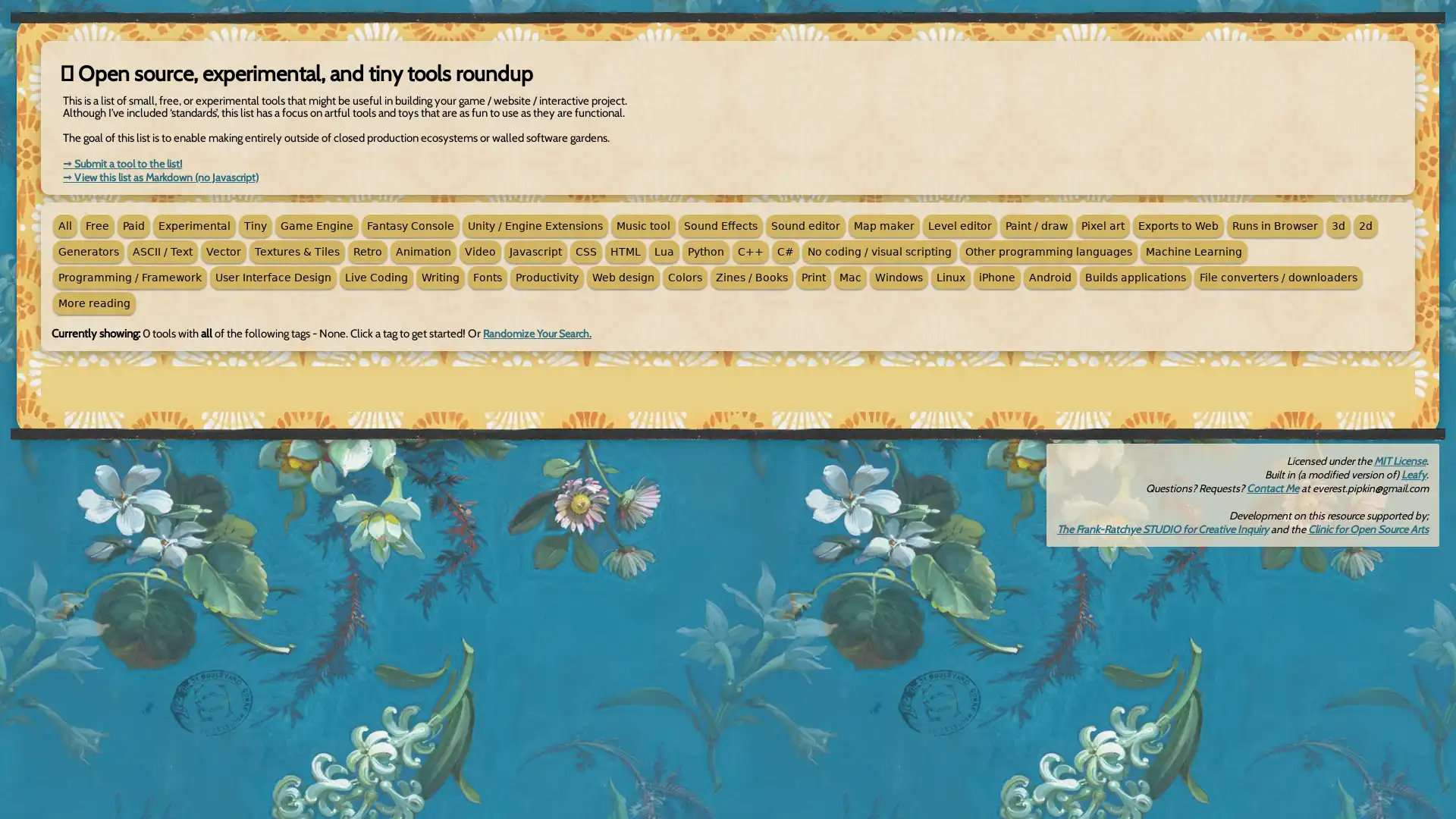 Image resolution: width=1456 pixels, height=819 pixels. I want to click on Free, so click(96, 225).